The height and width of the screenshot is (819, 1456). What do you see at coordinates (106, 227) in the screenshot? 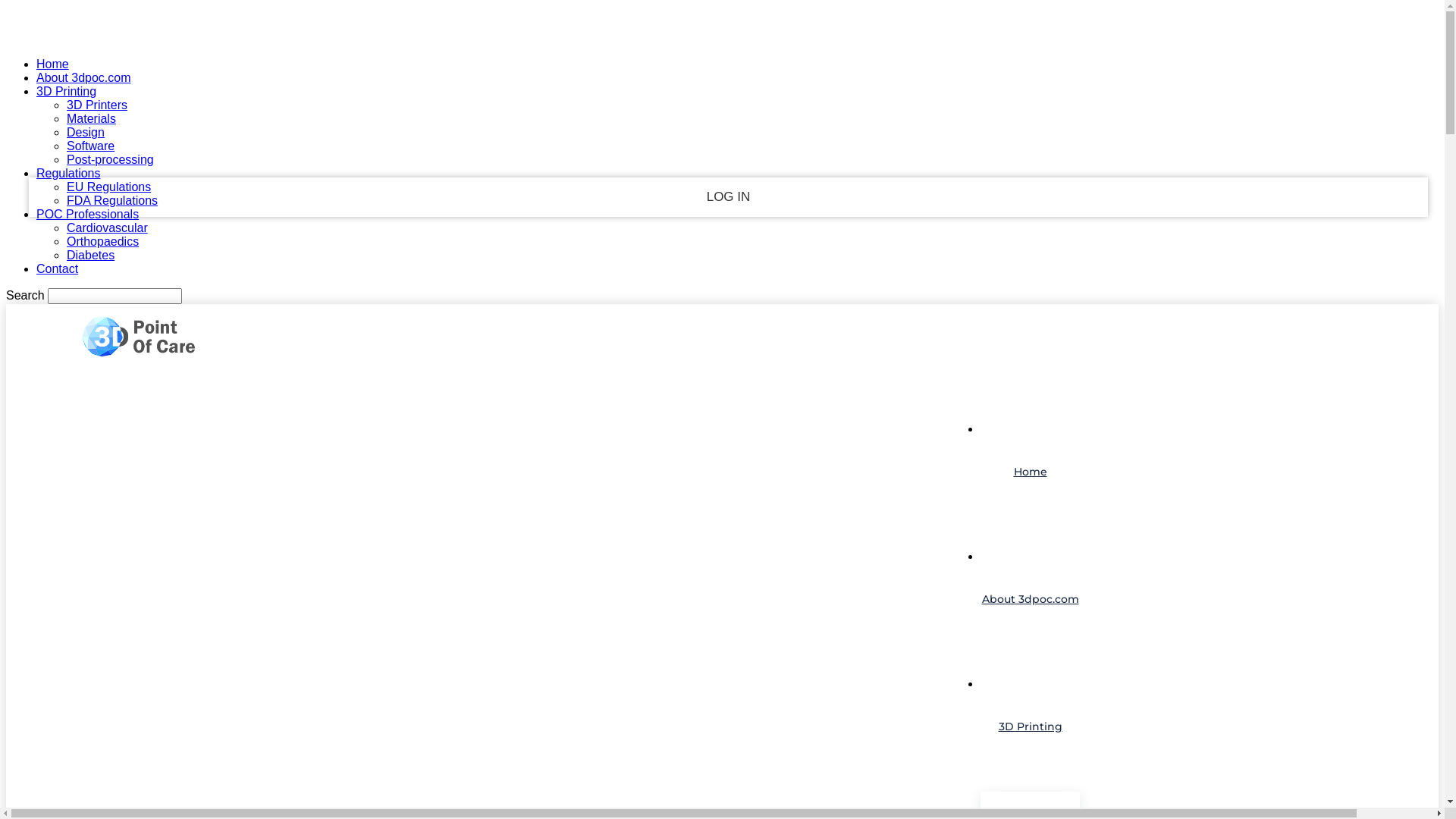
I see `'Cardiovascular'` at bounding box center [106, 227].